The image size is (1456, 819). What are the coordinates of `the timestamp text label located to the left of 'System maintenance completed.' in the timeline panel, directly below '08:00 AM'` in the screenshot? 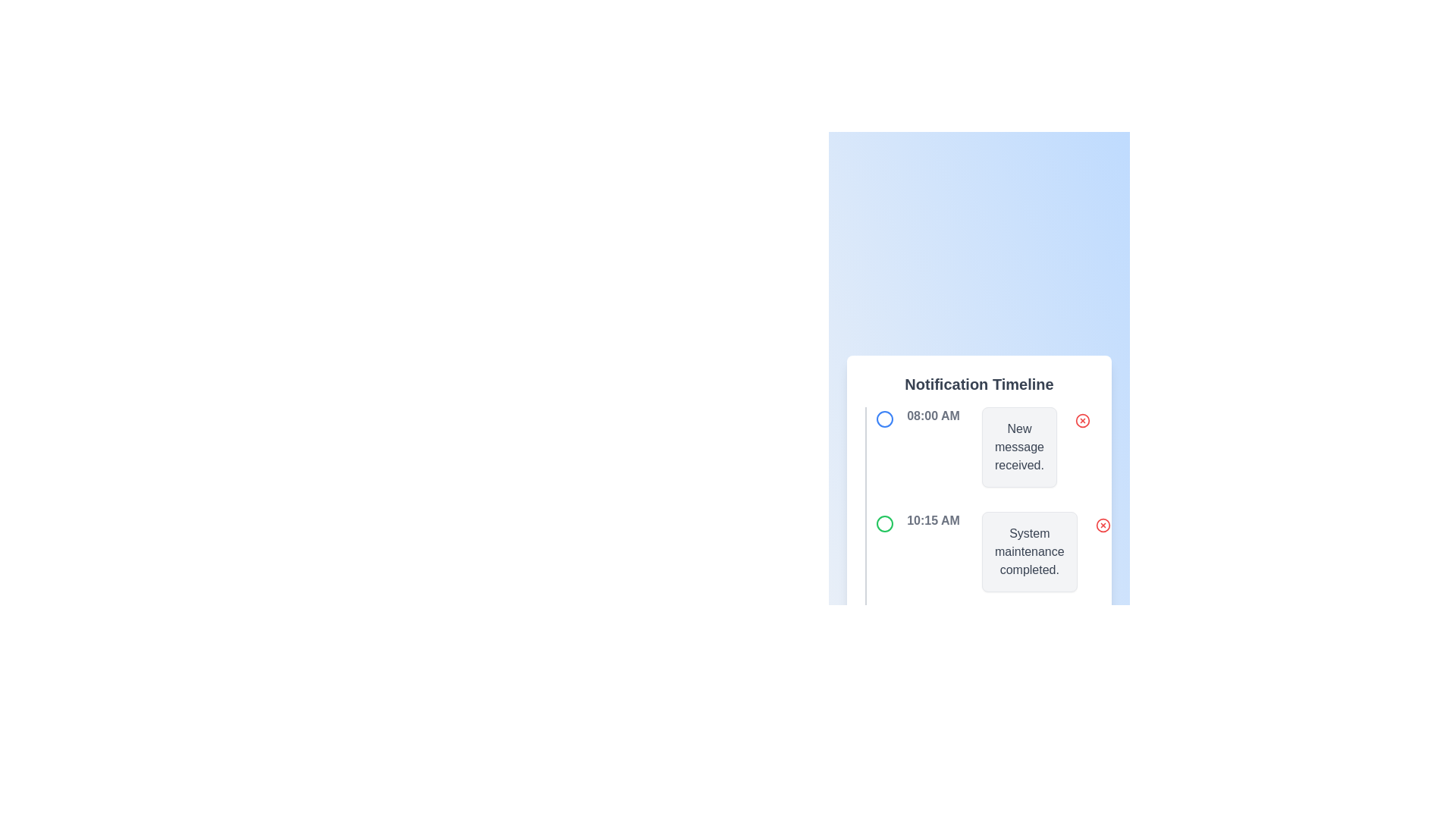 It's located at (932, 519).